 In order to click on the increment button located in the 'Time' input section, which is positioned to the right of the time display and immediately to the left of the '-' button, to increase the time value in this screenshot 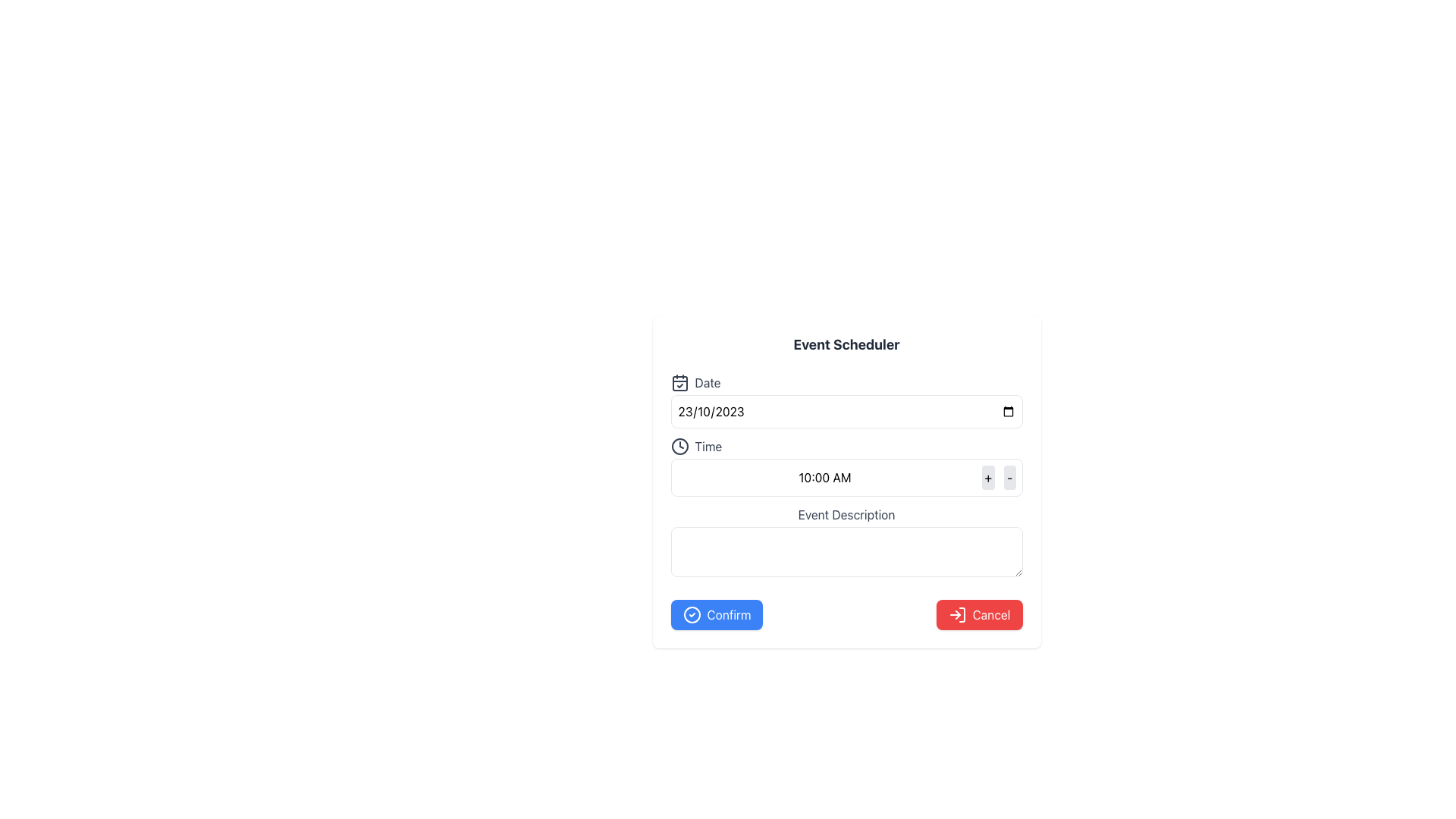, I will do `click(988, 476)`.